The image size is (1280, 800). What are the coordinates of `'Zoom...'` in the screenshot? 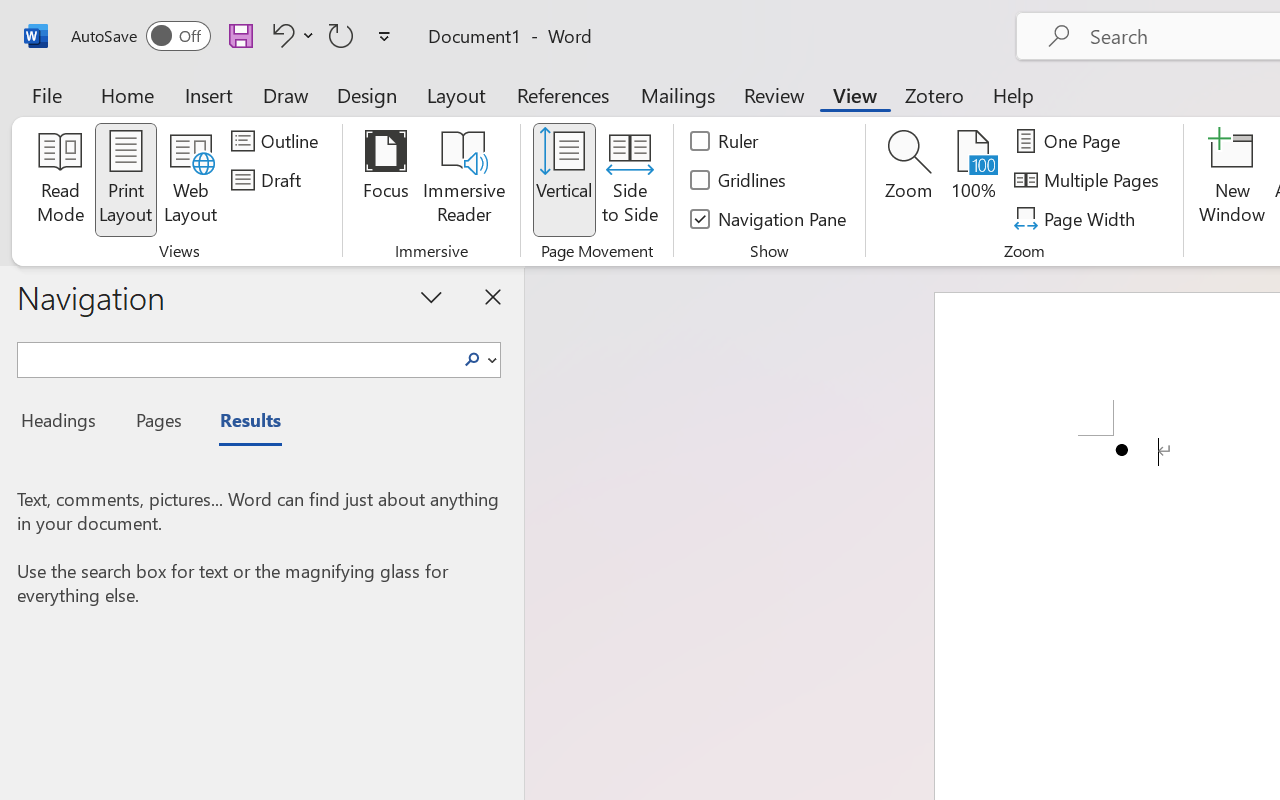 It's located at (907, 179).